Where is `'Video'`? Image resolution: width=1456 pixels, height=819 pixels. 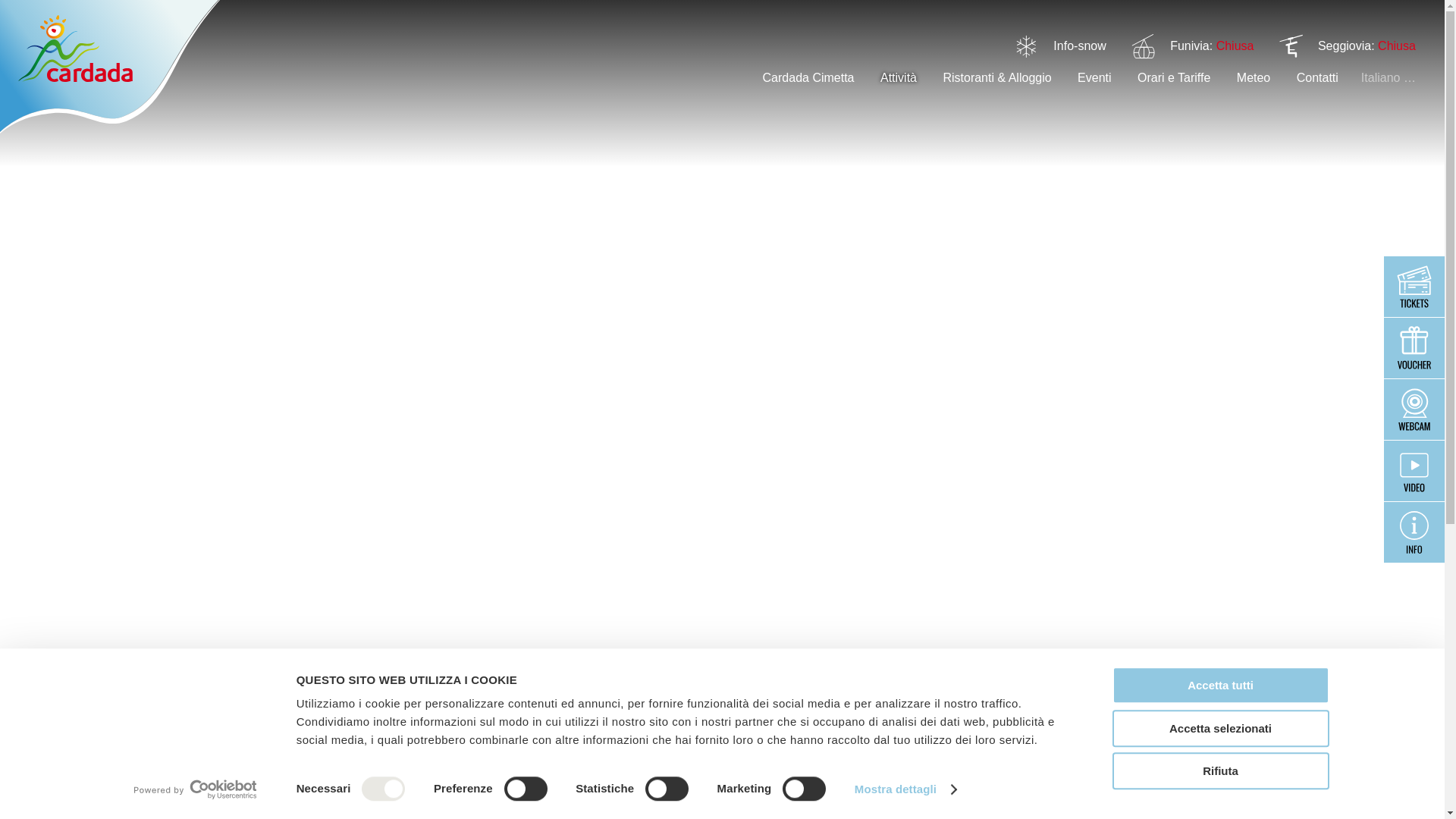
'Video' is located at coordinates (1414, 470).